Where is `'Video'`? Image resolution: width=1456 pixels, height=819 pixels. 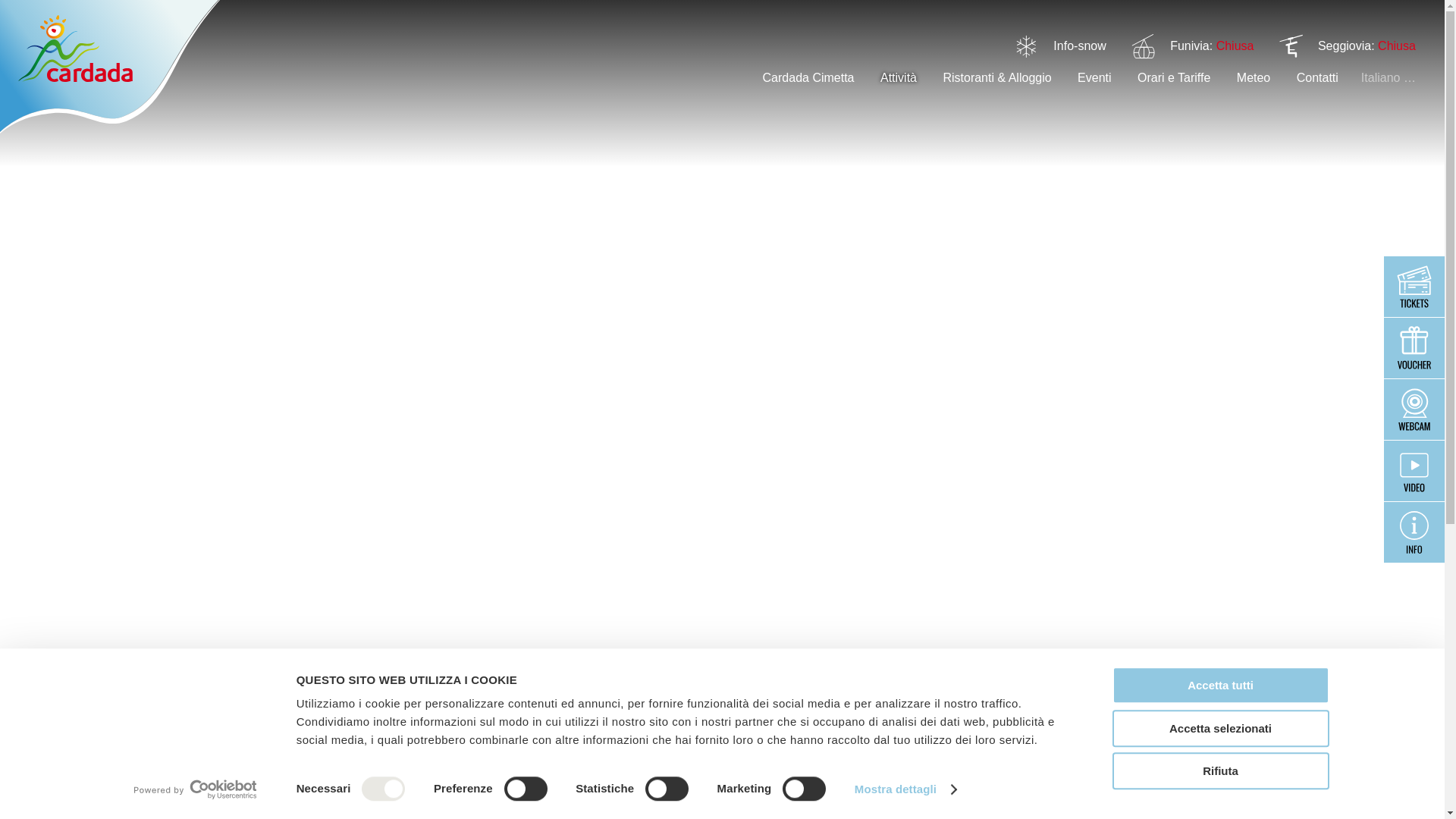
'Video' is located at coordinates (1414, 470).